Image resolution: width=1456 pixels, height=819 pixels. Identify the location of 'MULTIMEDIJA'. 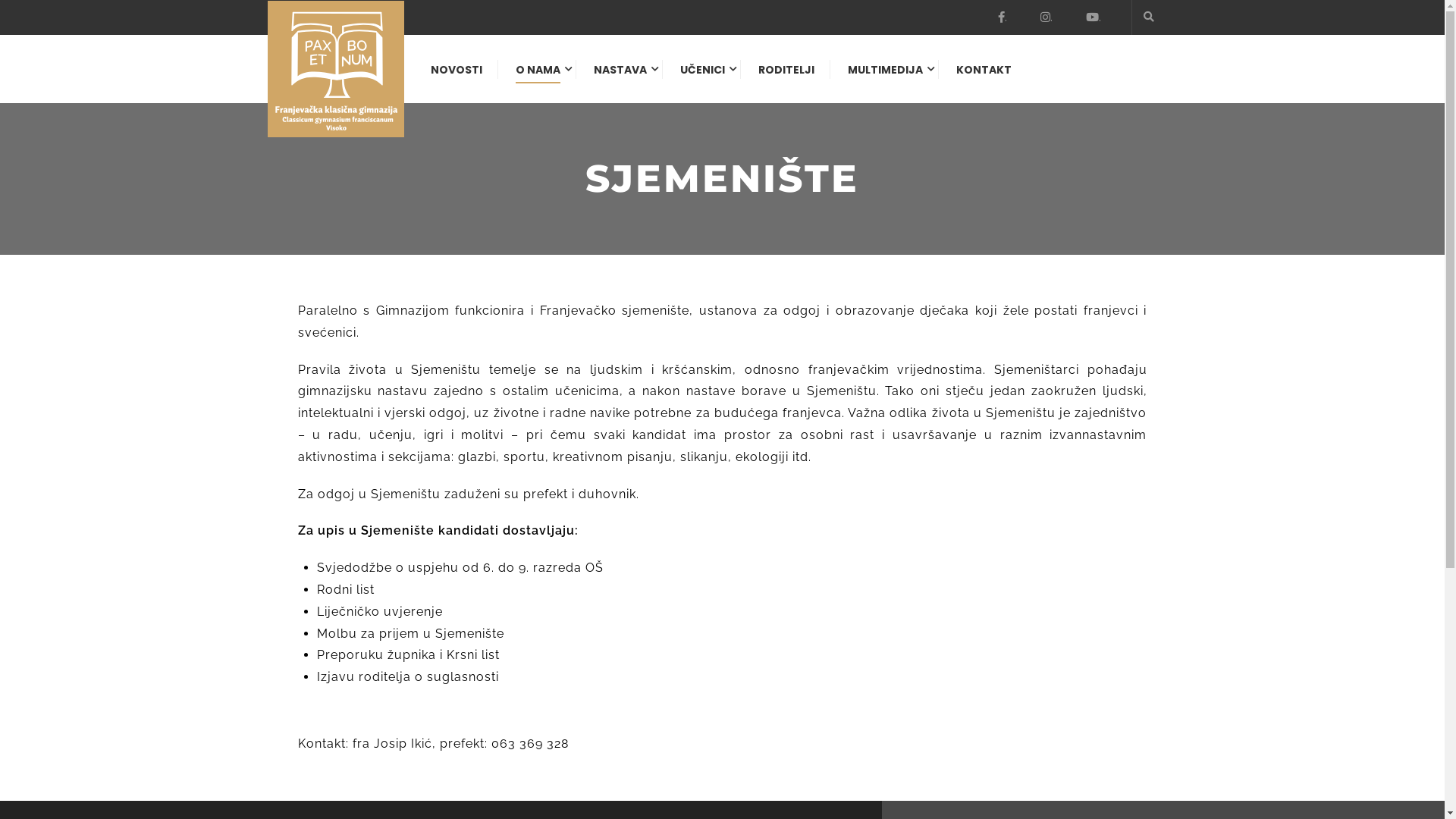
(832, 76).